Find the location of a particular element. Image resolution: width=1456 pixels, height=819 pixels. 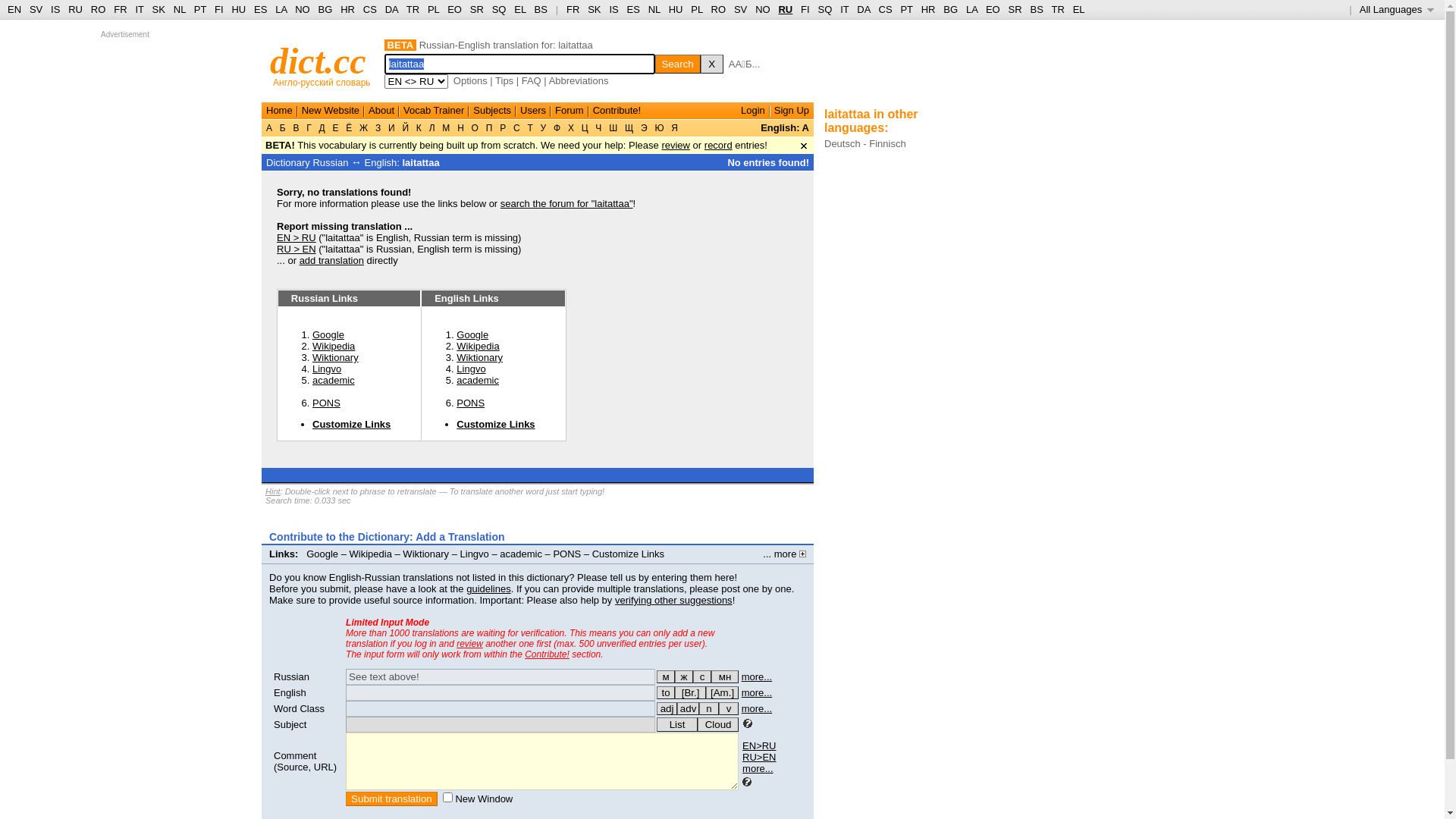

'IT' is located at coordinates (839, 9).